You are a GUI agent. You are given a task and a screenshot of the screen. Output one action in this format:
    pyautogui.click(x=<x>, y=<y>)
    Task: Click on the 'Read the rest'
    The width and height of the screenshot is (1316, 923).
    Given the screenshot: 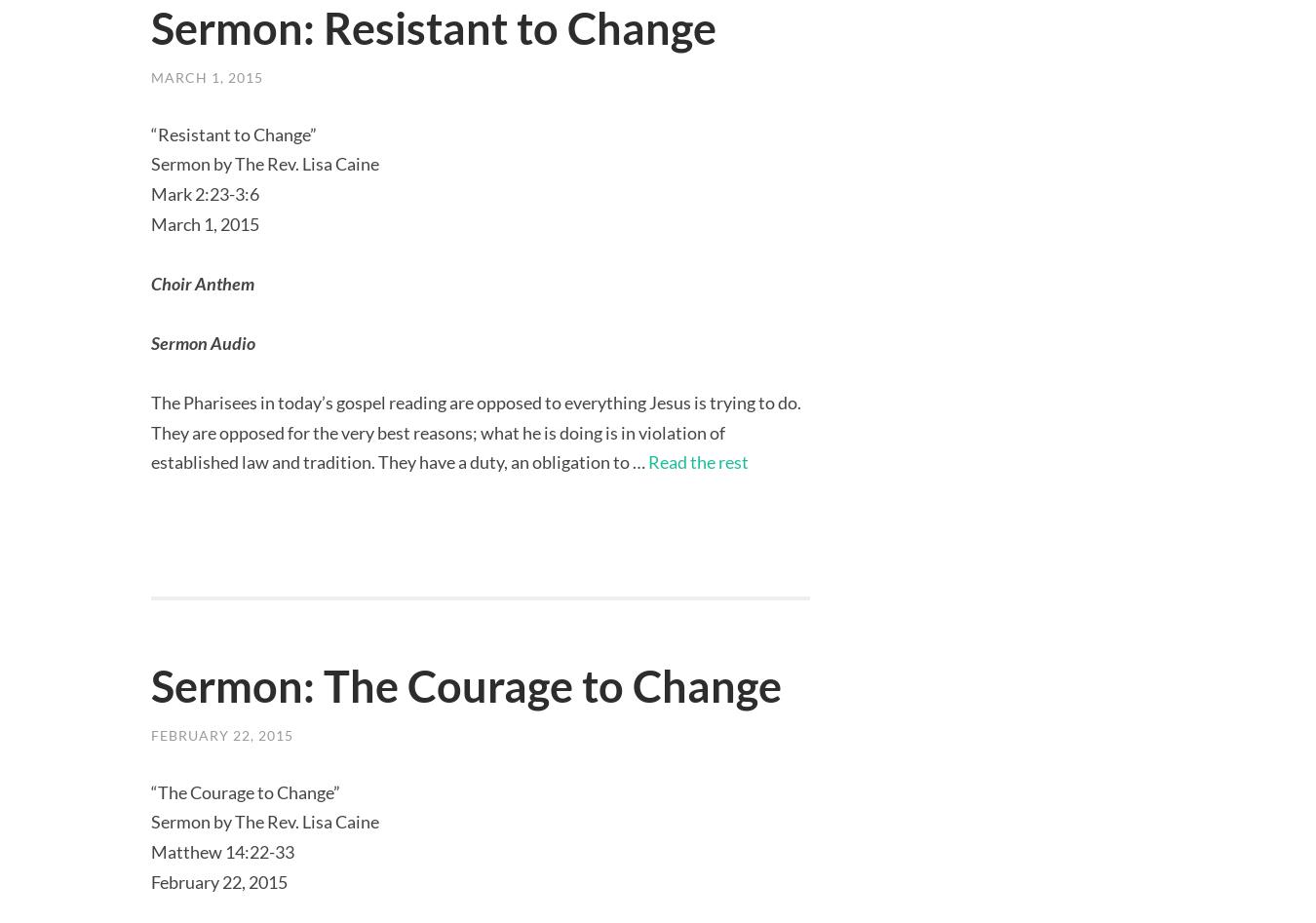 What is the action you would take?
    pyautogui.click(x=697, y=461)
    